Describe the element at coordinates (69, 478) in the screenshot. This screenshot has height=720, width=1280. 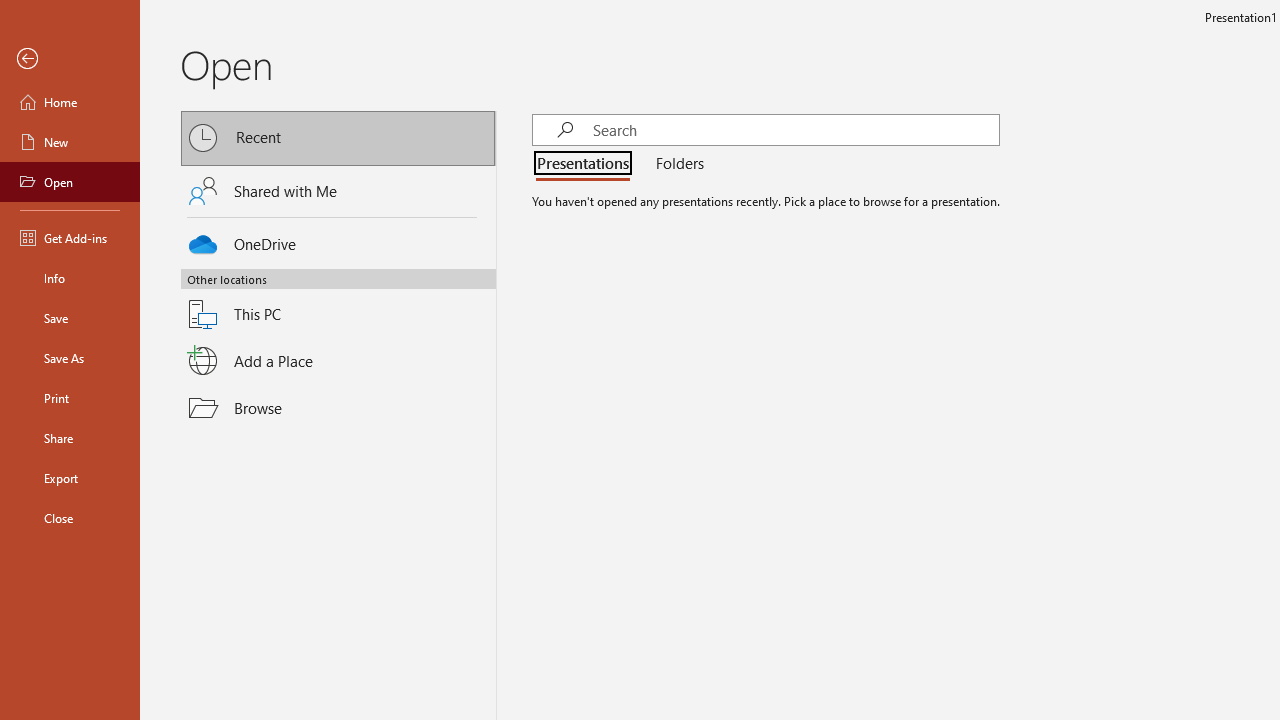
I see `'Export'` at that location.